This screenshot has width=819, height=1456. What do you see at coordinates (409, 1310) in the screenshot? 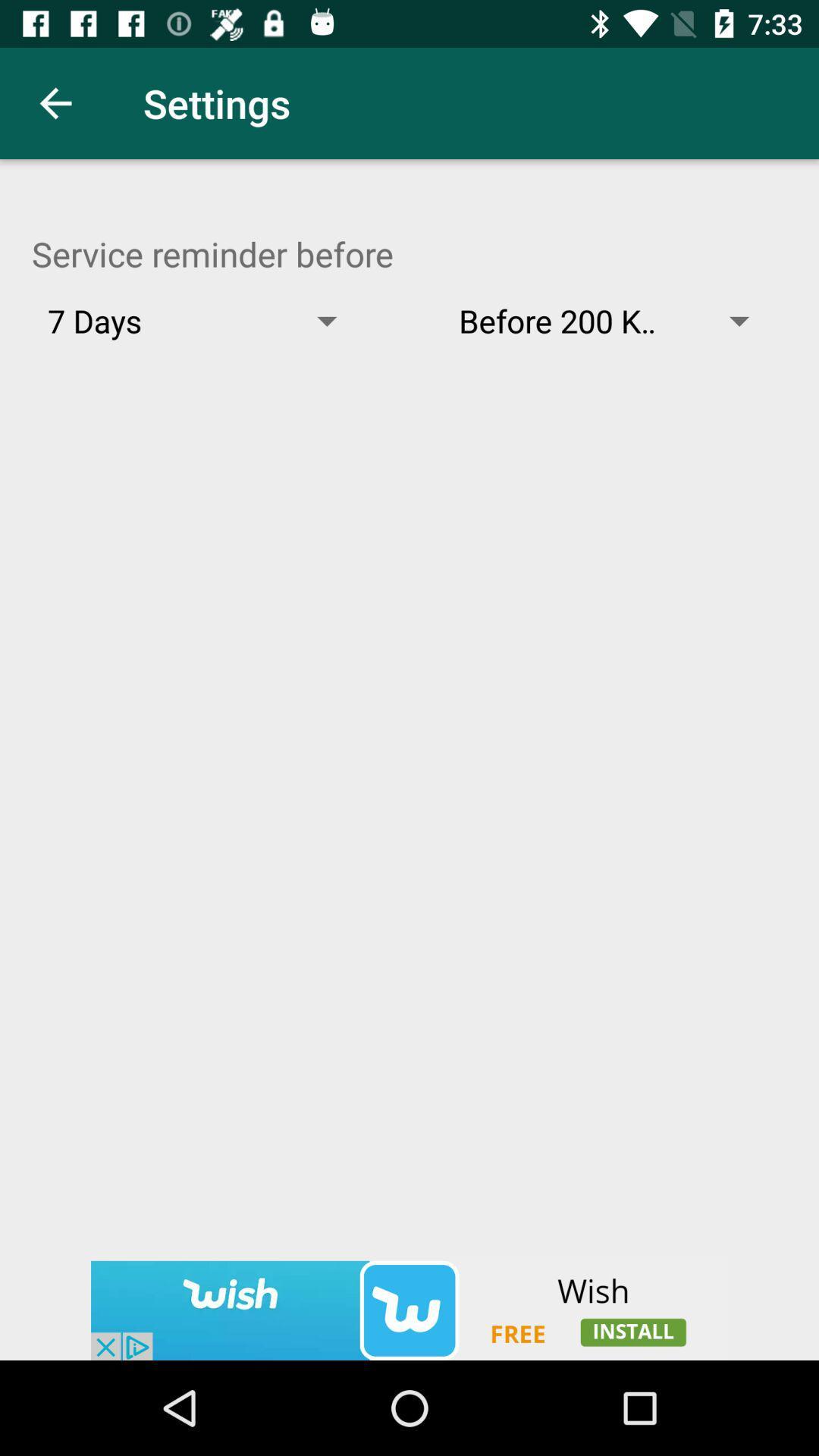
I see `banner` at bounding box center [409, 1310].